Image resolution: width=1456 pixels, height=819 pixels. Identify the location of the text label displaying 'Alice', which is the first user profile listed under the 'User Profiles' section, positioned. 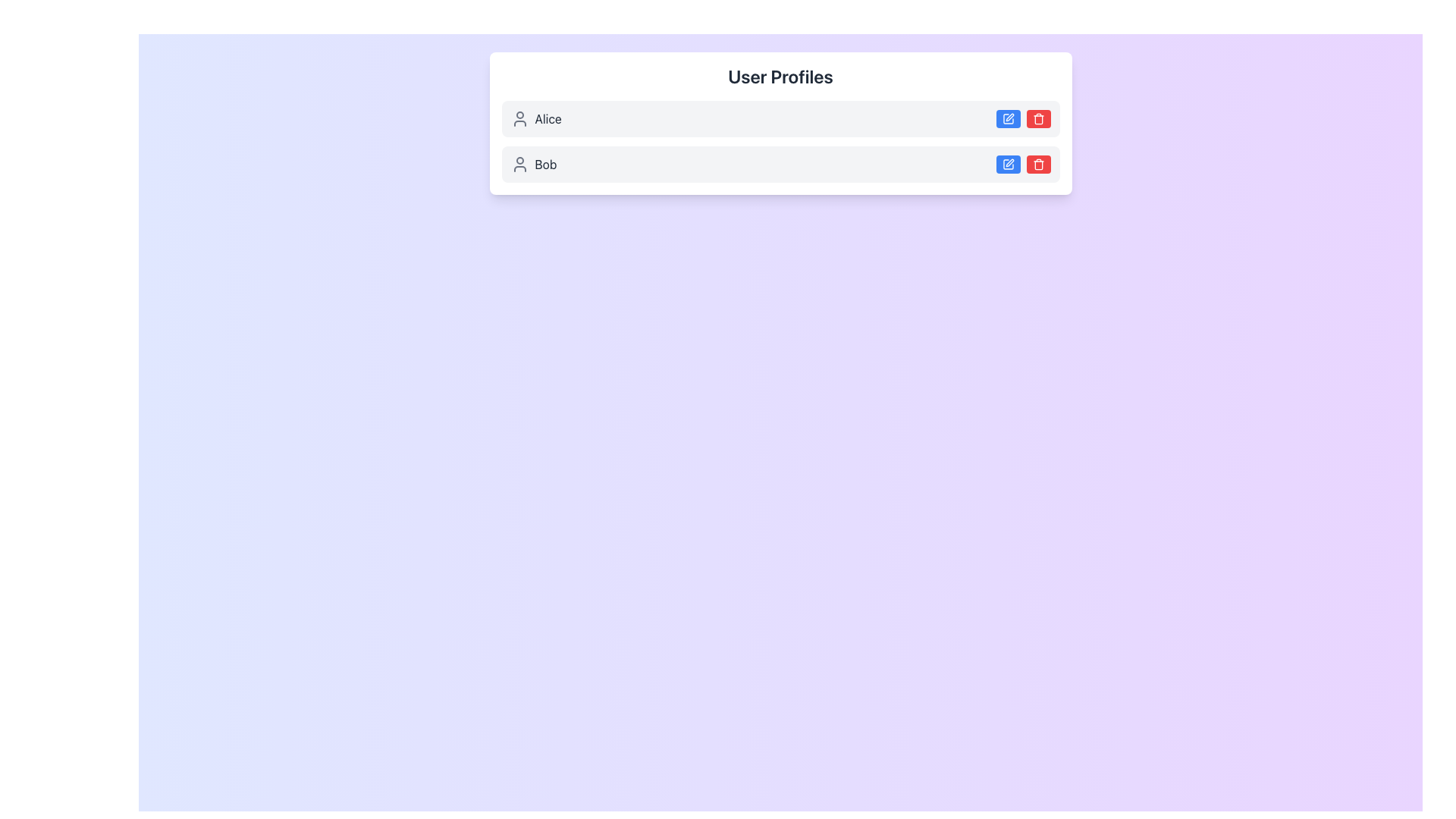
(548, 118).